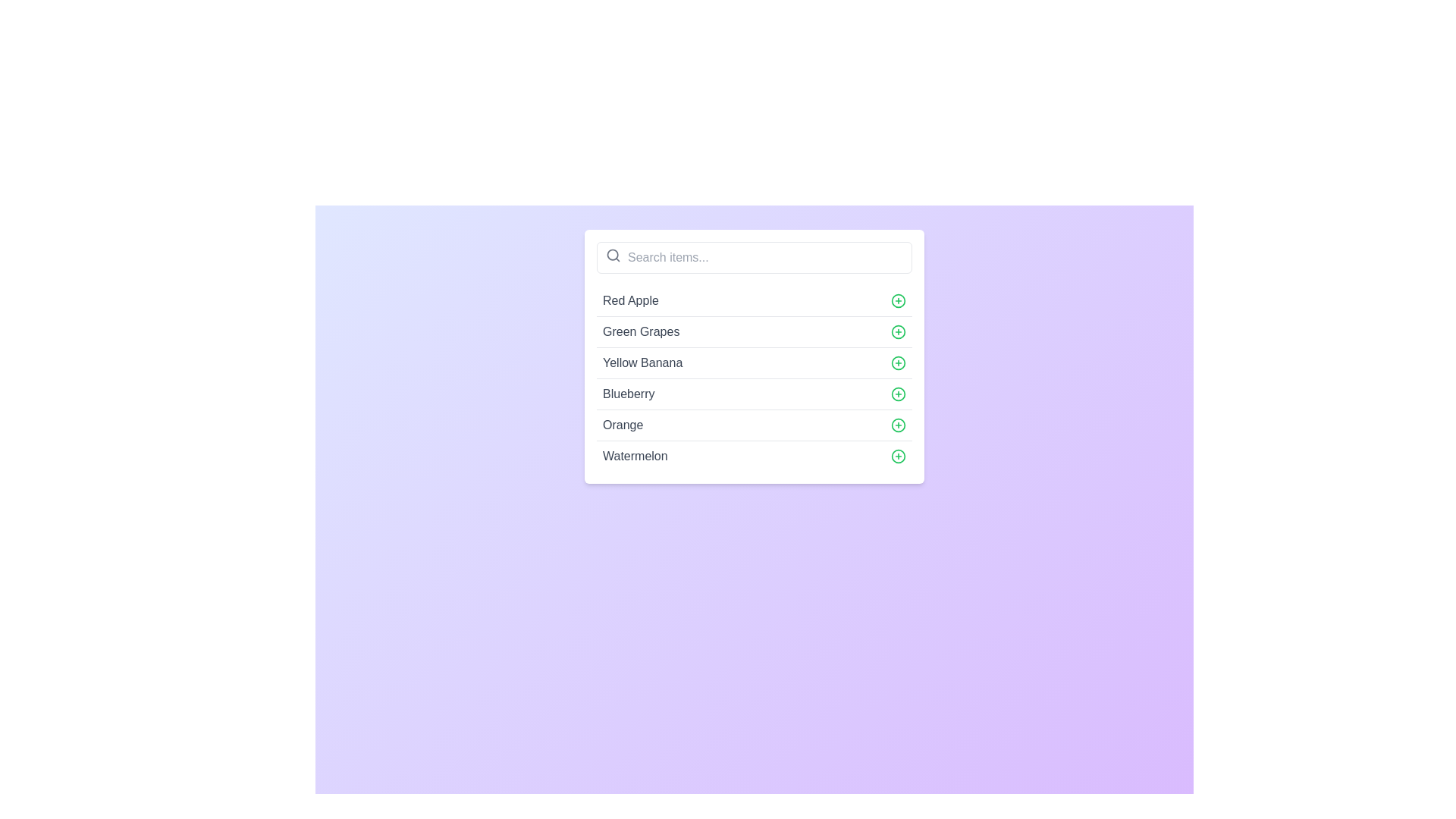 The width and height of the screenshot is (1456, 819). What do you see at coordinates (899, 455) in the screenshot?
I see `the circular icon button with a plus symbol located to the right of the 'Watermelon' list item` at bounding box center [899, 455].